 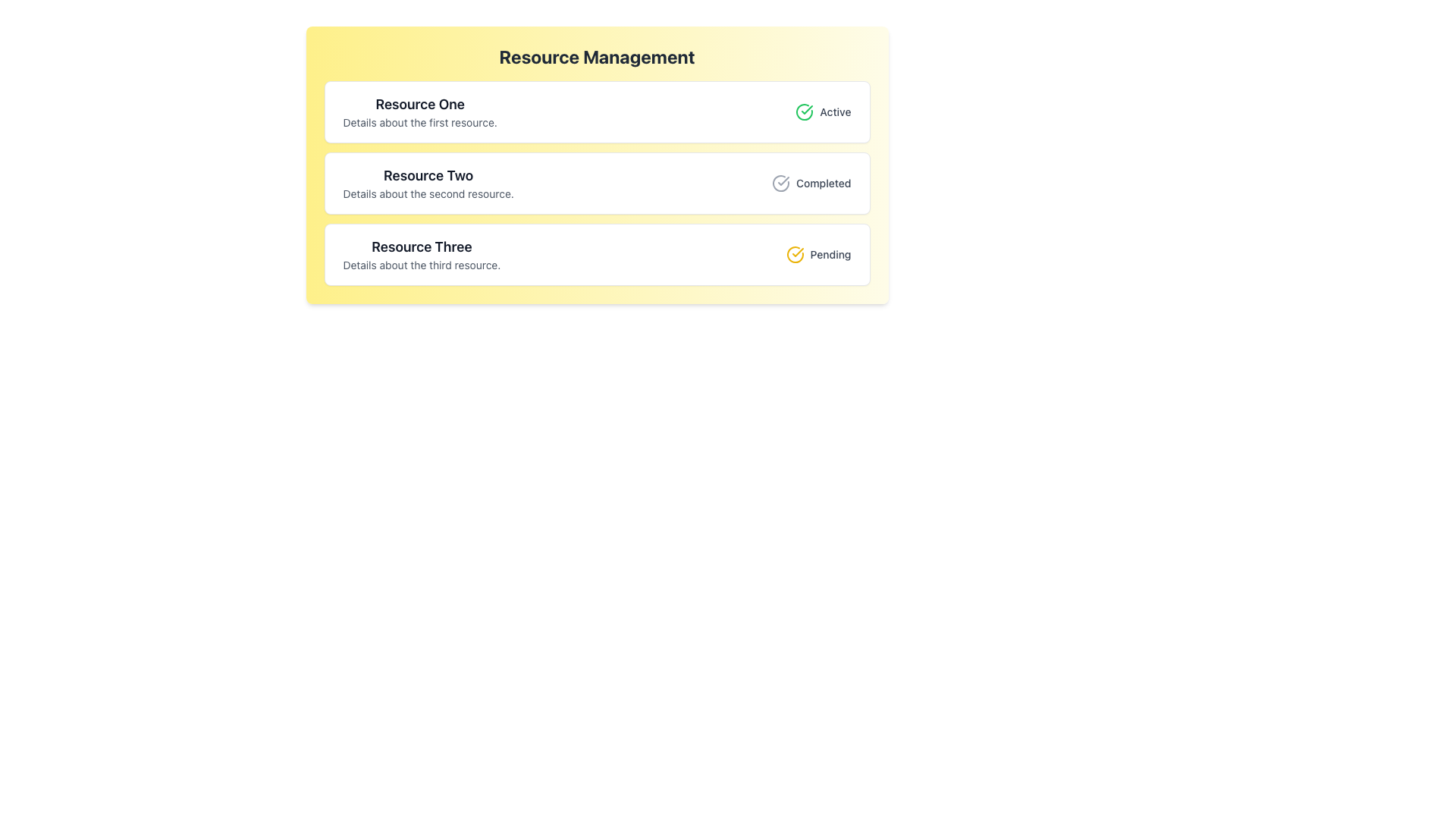 What do you see at coordinates (428, 174) in the screenshot?
I see `the title or name indicator for the second resource card, which is the central text heading in a vertically stacked list of resource cards` at bounding box center [428, 174].